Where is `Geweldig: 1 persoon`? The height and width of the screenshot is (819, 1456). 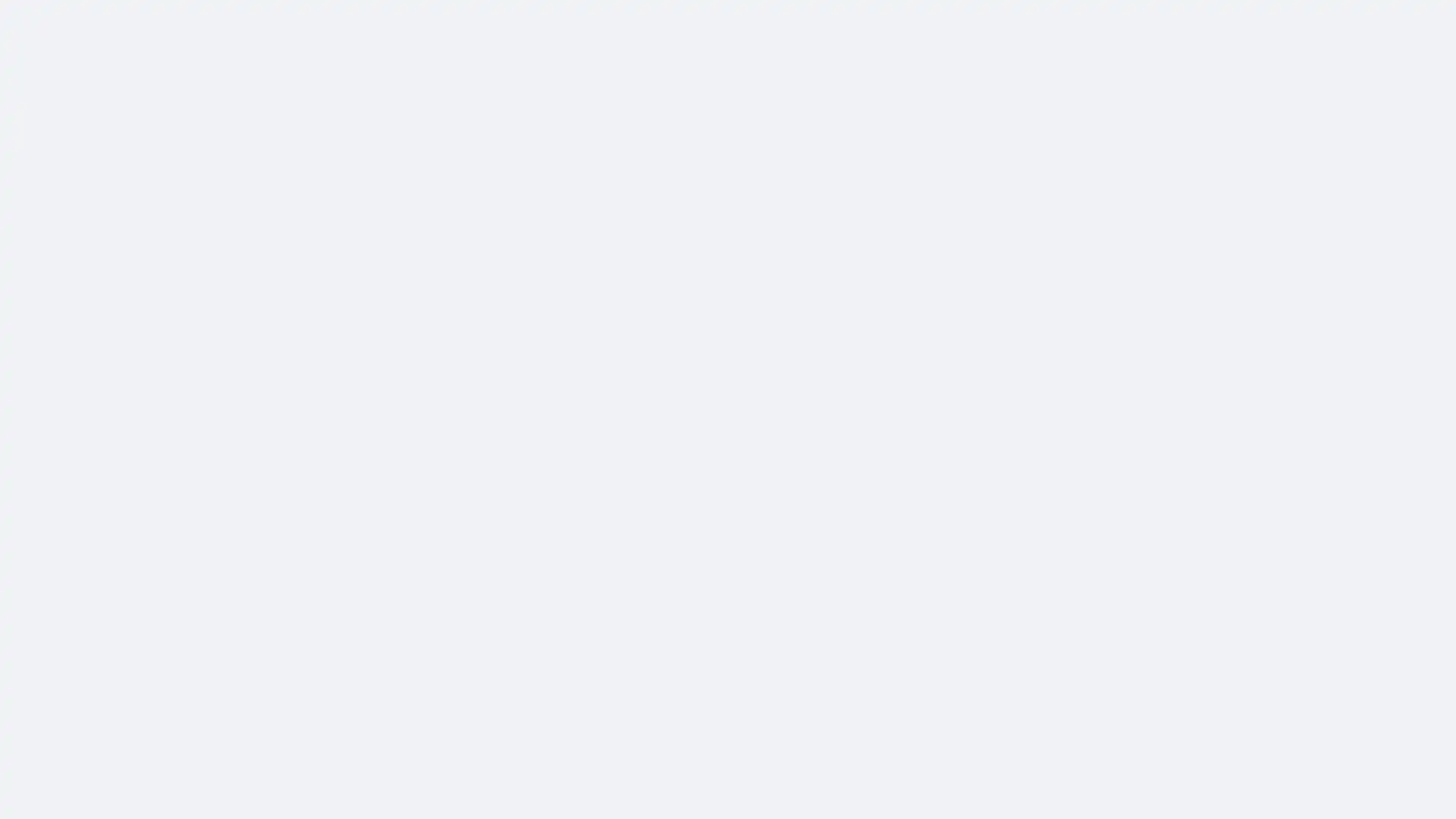
Geweldig: 1 persoon is located at coordinates (714, 676).